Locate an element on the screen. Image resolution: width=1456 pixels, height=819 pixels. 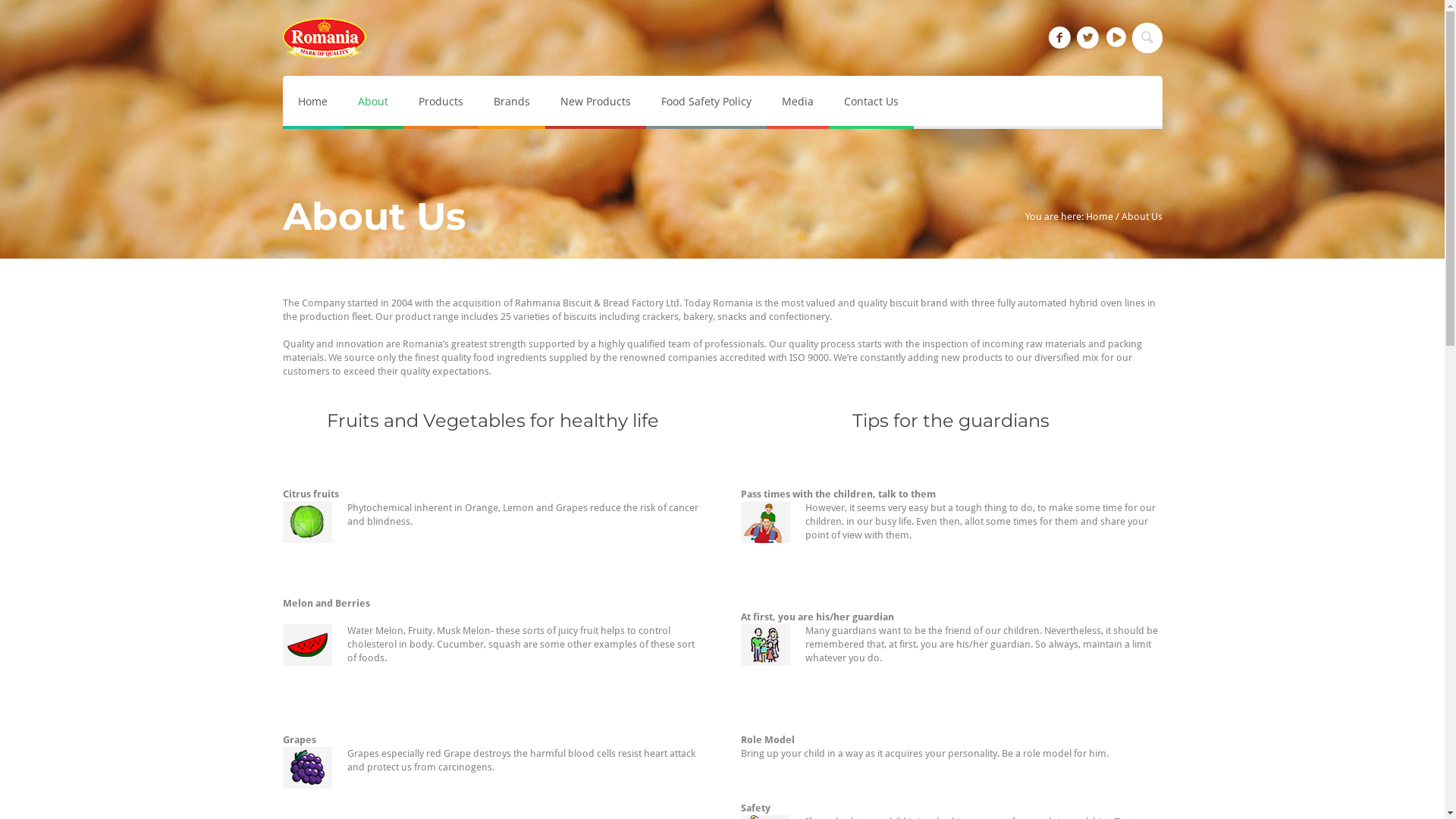
'Facebook' is located at coordinates (1058, 37).